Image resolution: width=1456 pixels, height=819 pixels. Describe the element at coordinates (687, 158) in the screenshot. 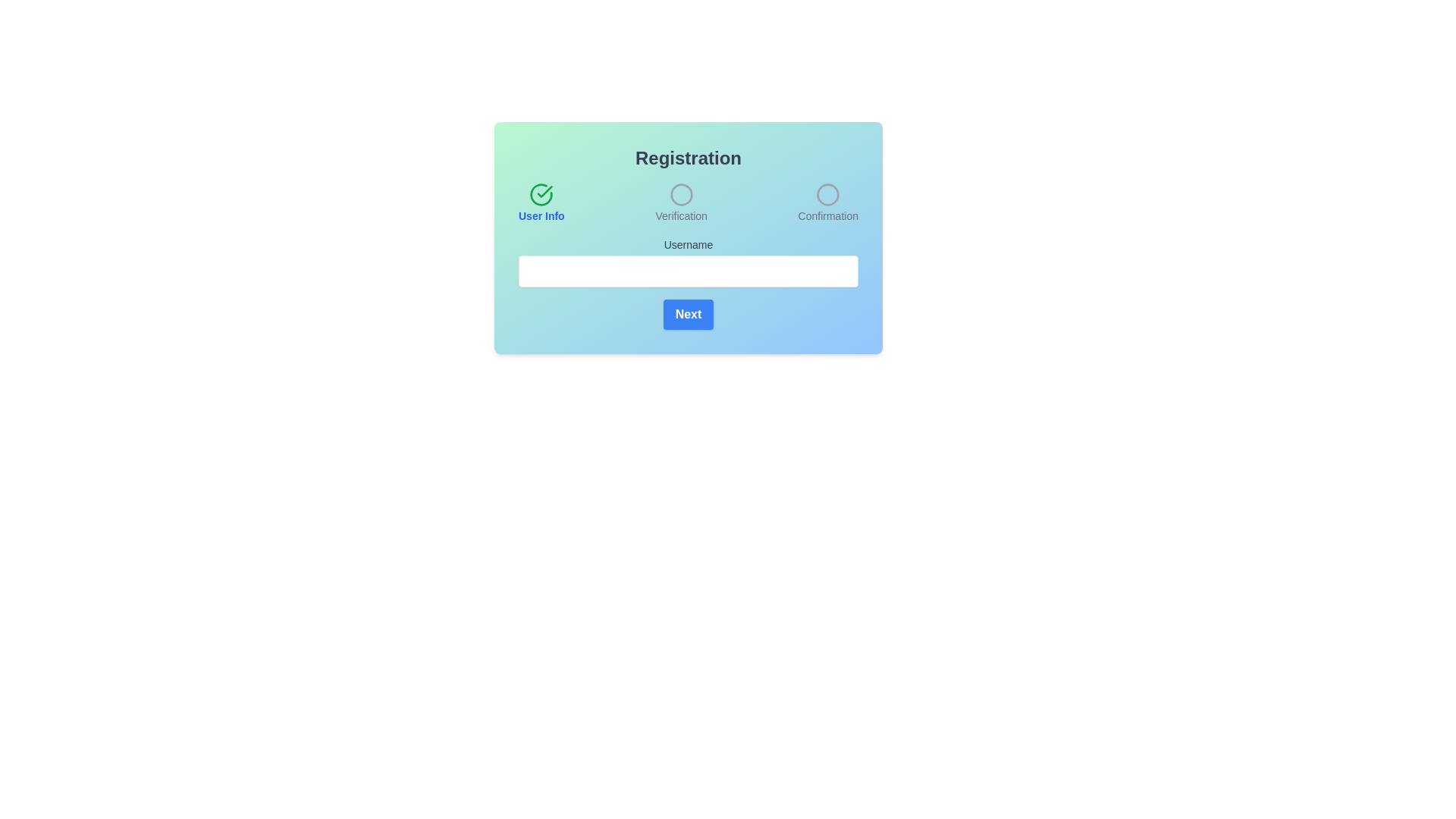

I see `the static text header indicating the context of the registration process, which is positioned above the steps 'User Info', 'Verification', and 'Confirmation'` at that location.